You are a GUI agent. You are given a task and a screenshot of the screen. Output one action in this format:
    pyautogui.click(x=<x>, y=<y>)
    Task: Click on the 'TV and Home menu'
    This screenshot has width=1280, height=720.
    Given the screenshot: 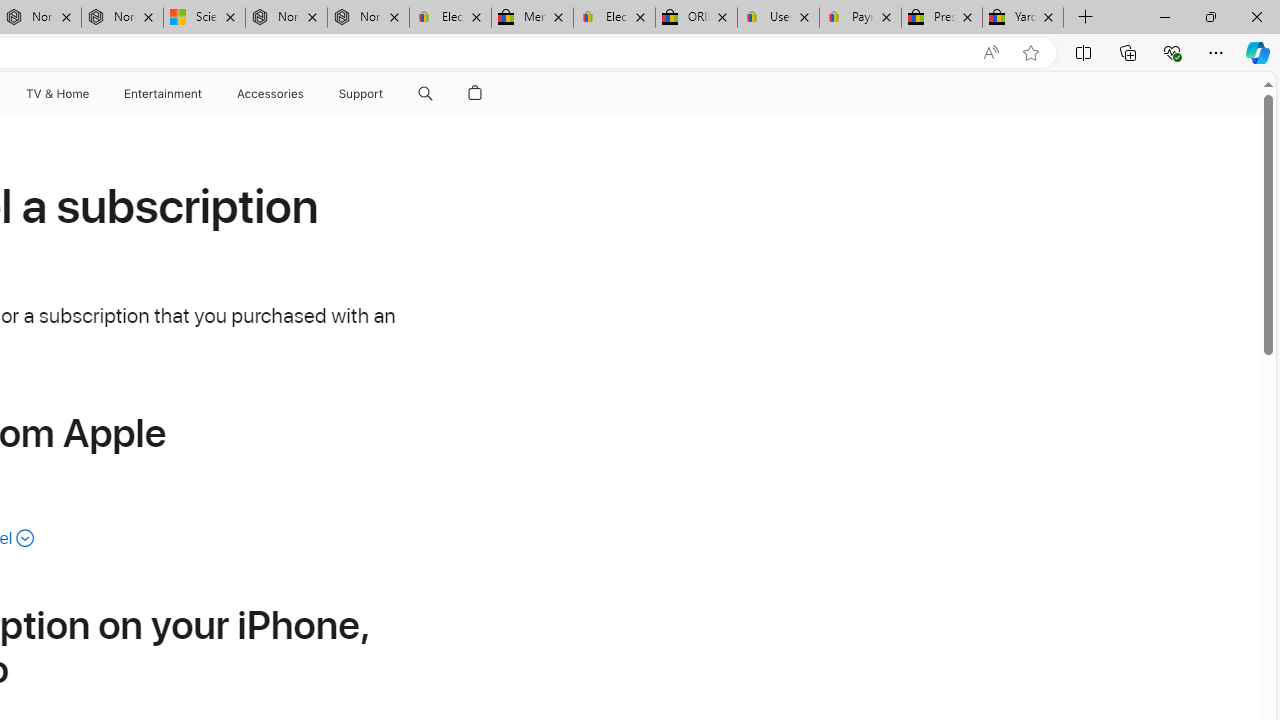 What is the action you would take?
    pyautogui.click(x=92, y=93)
    